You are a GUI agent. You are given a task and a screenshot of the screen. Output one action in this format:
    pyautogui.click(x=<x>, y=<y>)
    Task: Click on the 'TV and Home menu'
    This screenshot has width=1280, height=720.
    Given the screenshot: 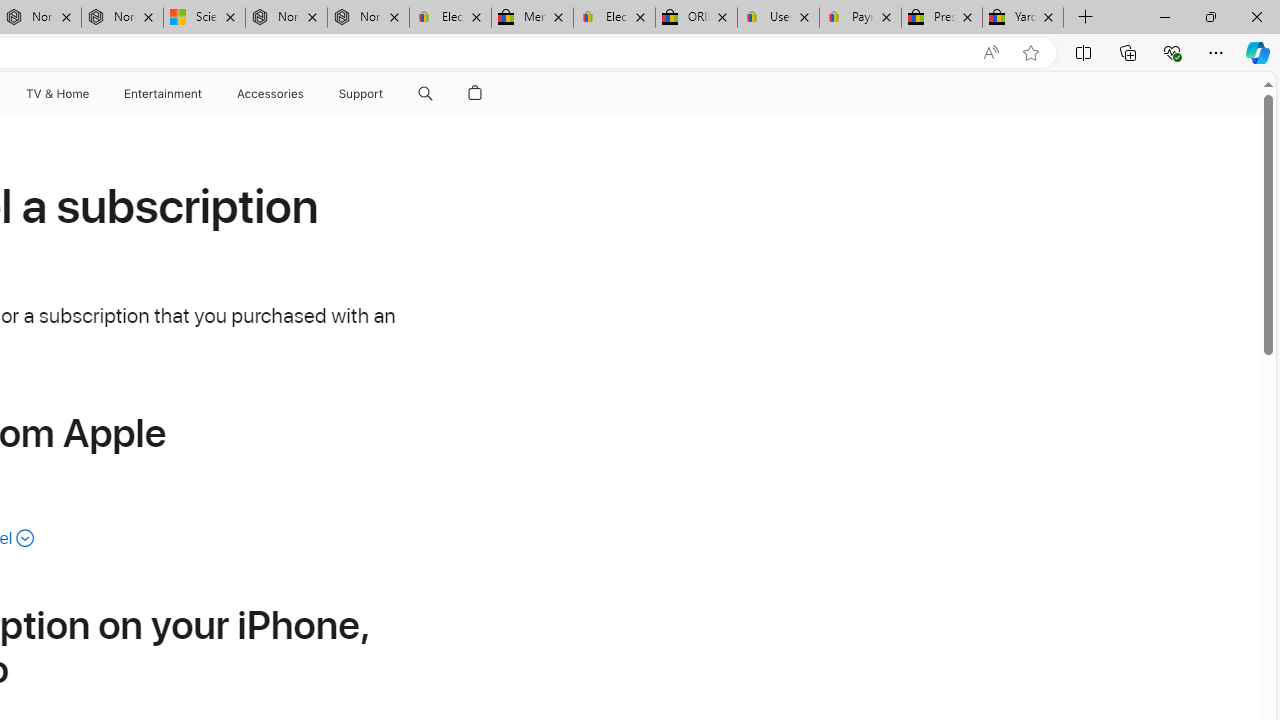 What is the action you would take?
    pyautogui.click(x=92, y=93)
    